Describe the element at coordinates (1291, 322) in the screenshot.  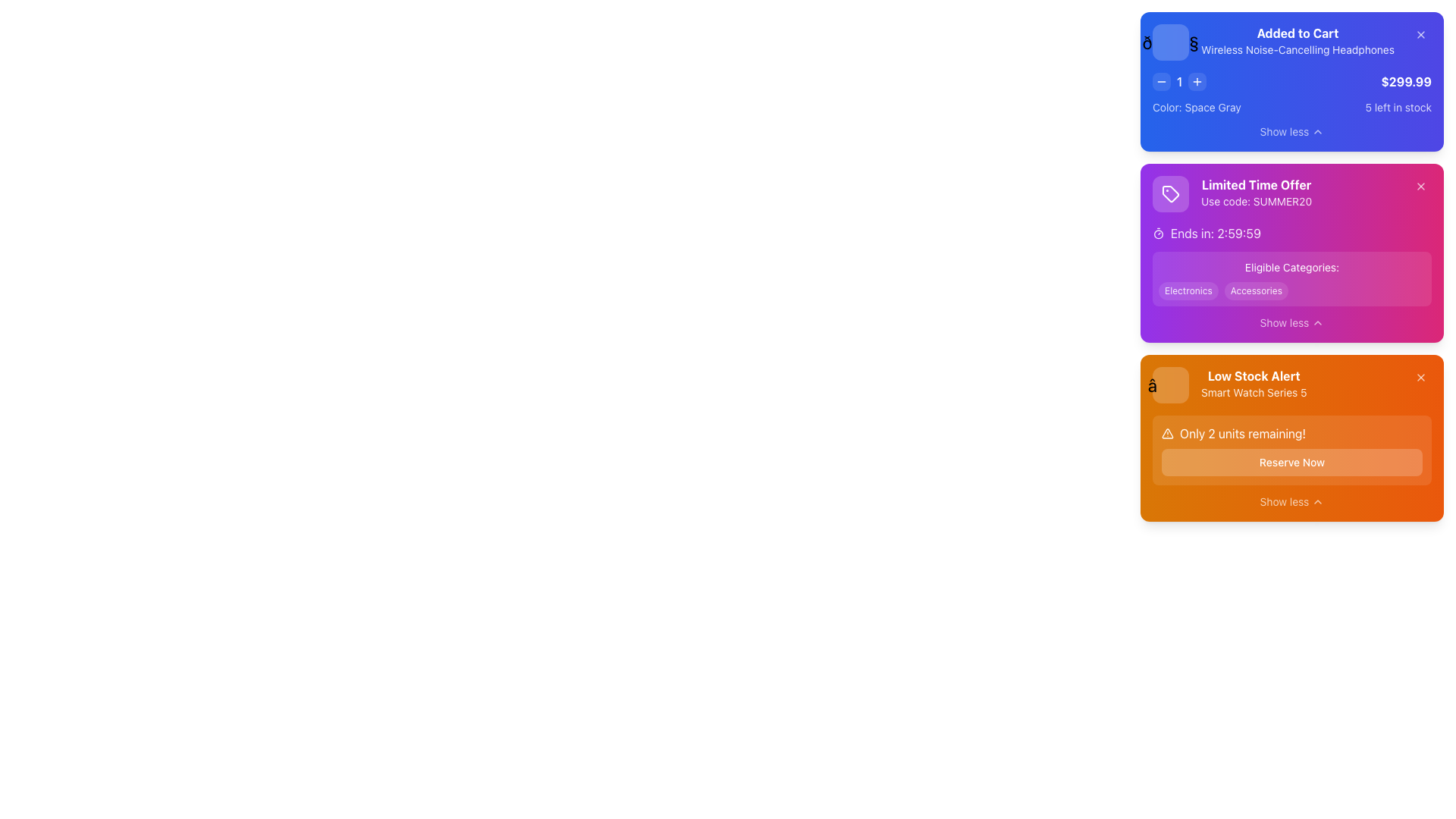
I see `the 'Show less' button, which is styled with a gradient background transitioning from purple to pink and contains white text and an upward-facing chevron icon, to change its appearance` at that location.